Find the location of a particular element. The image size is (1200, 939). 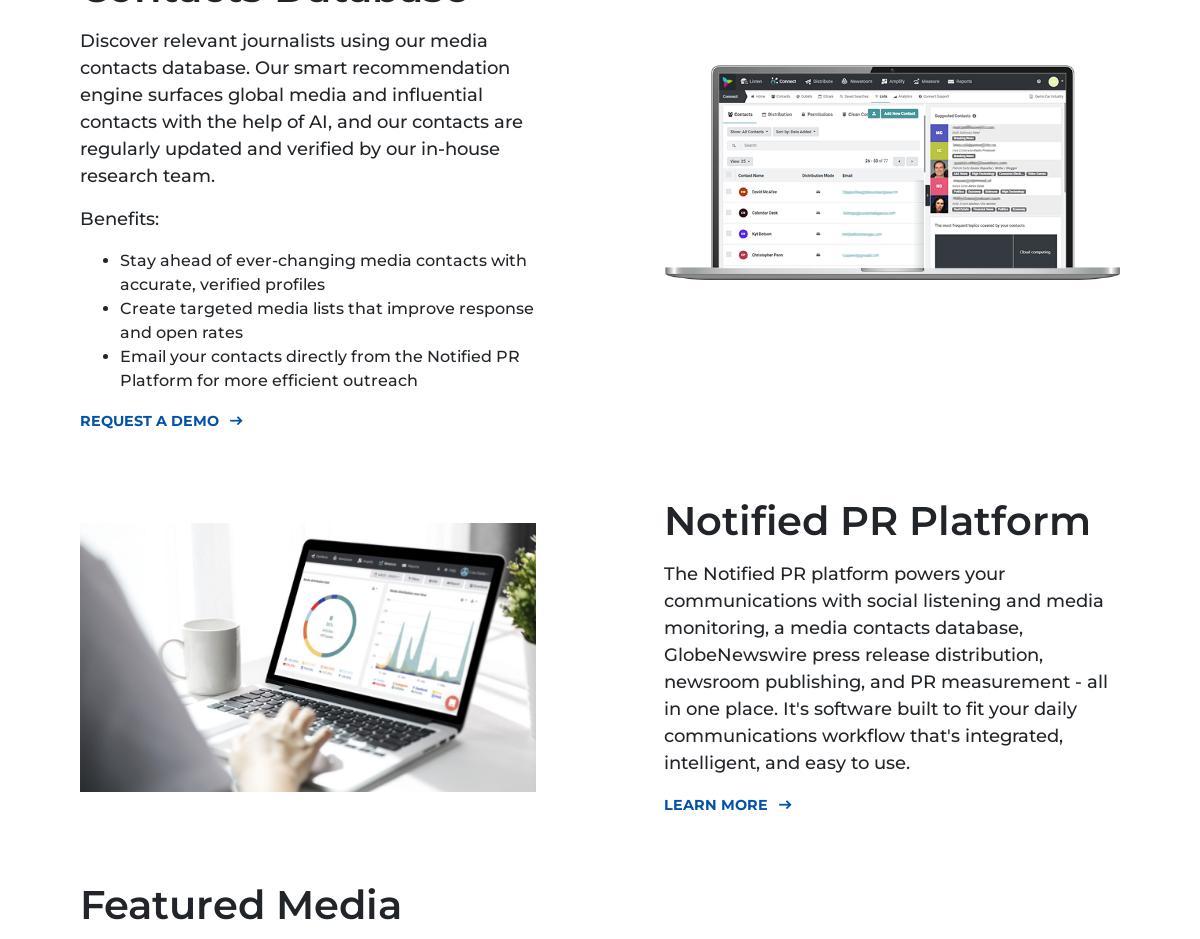

'Discover relevant journalists using our media contacts database. Our smart recommendation engine surfaces global media and influential contacts with the help of AI, and our contacts are regularly updated and verified by our in-house research team.' is located at coordinates (301, 108).